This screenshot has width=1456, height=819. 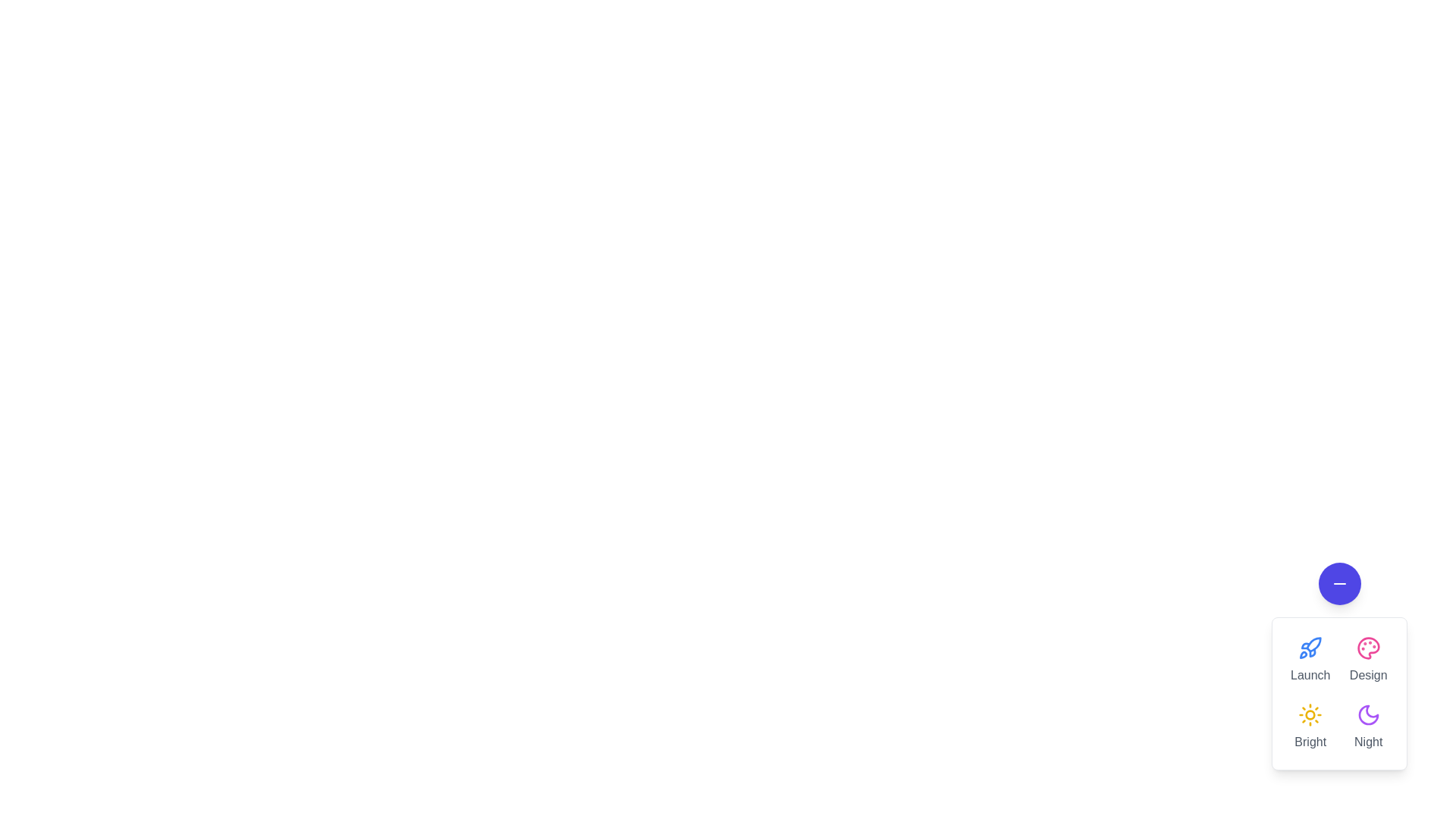 What do you see at coordinates (1368, 660) in the screenshot?
I see `the 'Design' button` at bounding box center [1368, 660].